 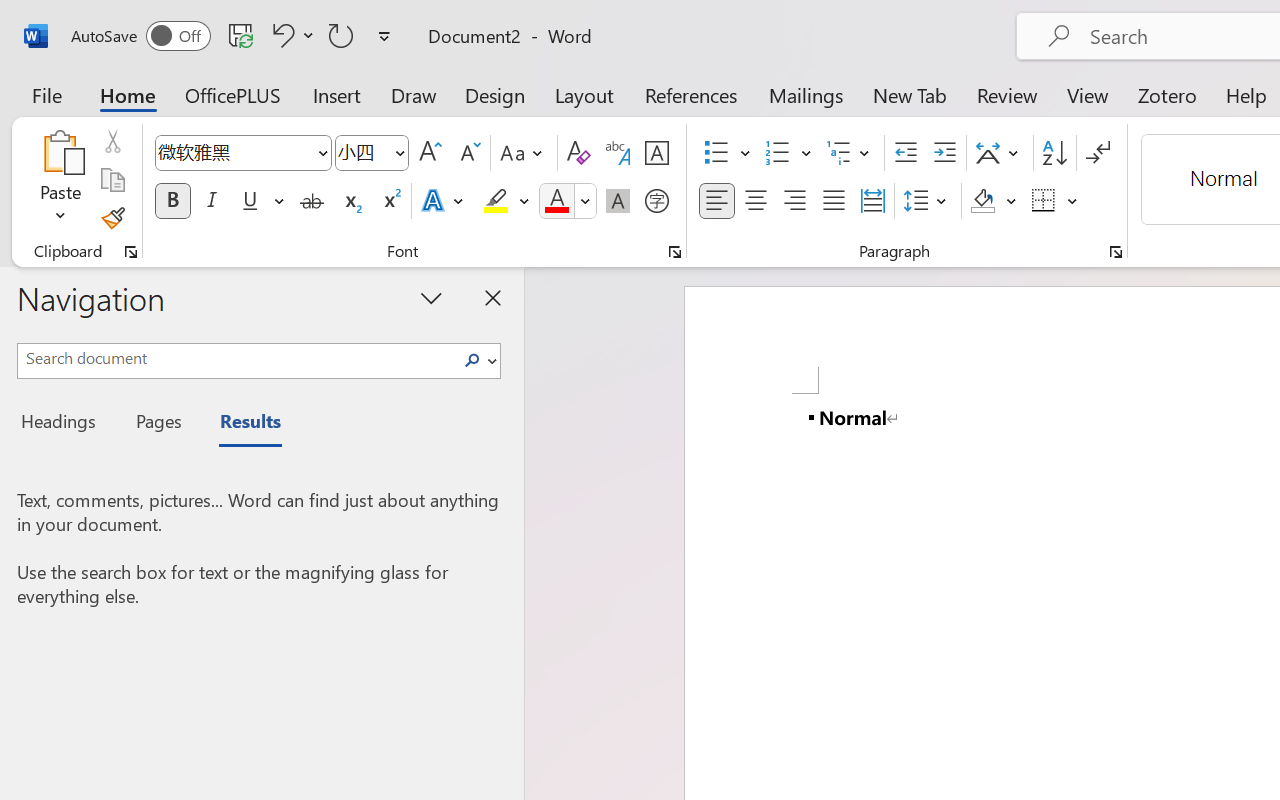 I want to click on 'Font Size', so click(x=372, y=153).